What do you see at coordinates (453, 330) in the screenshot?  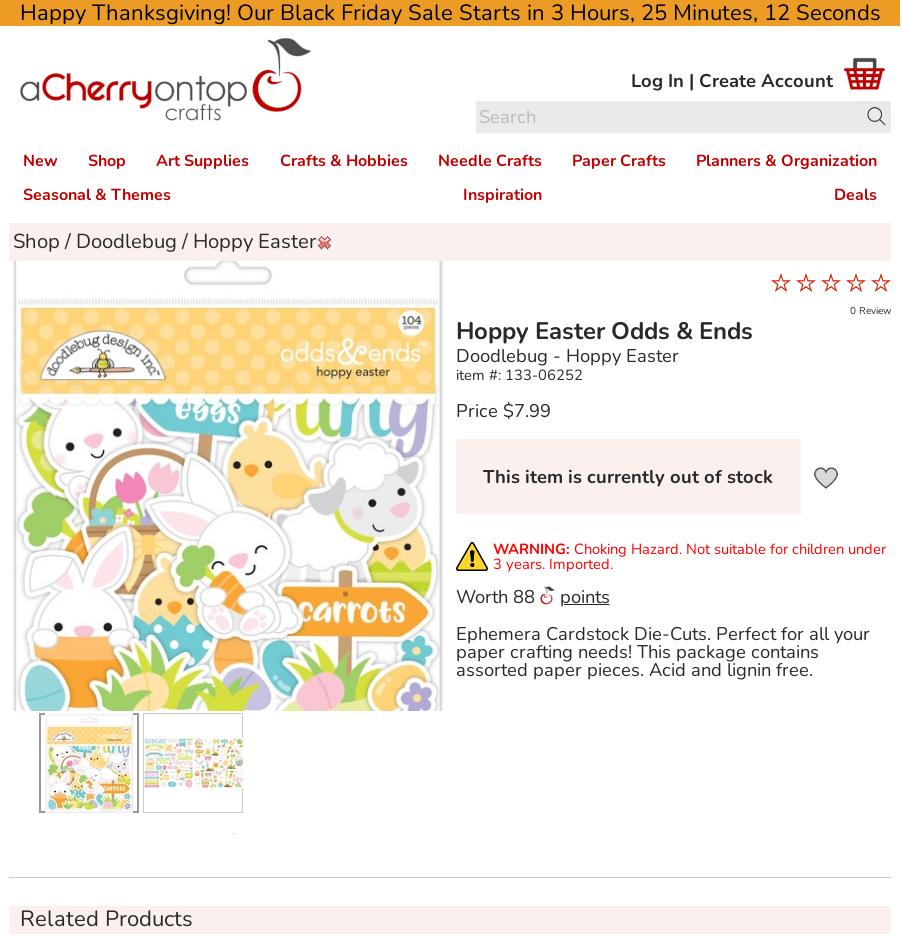 I see `'Hoppy Easter Odds & Ends'` at bounding box center [453, 330].